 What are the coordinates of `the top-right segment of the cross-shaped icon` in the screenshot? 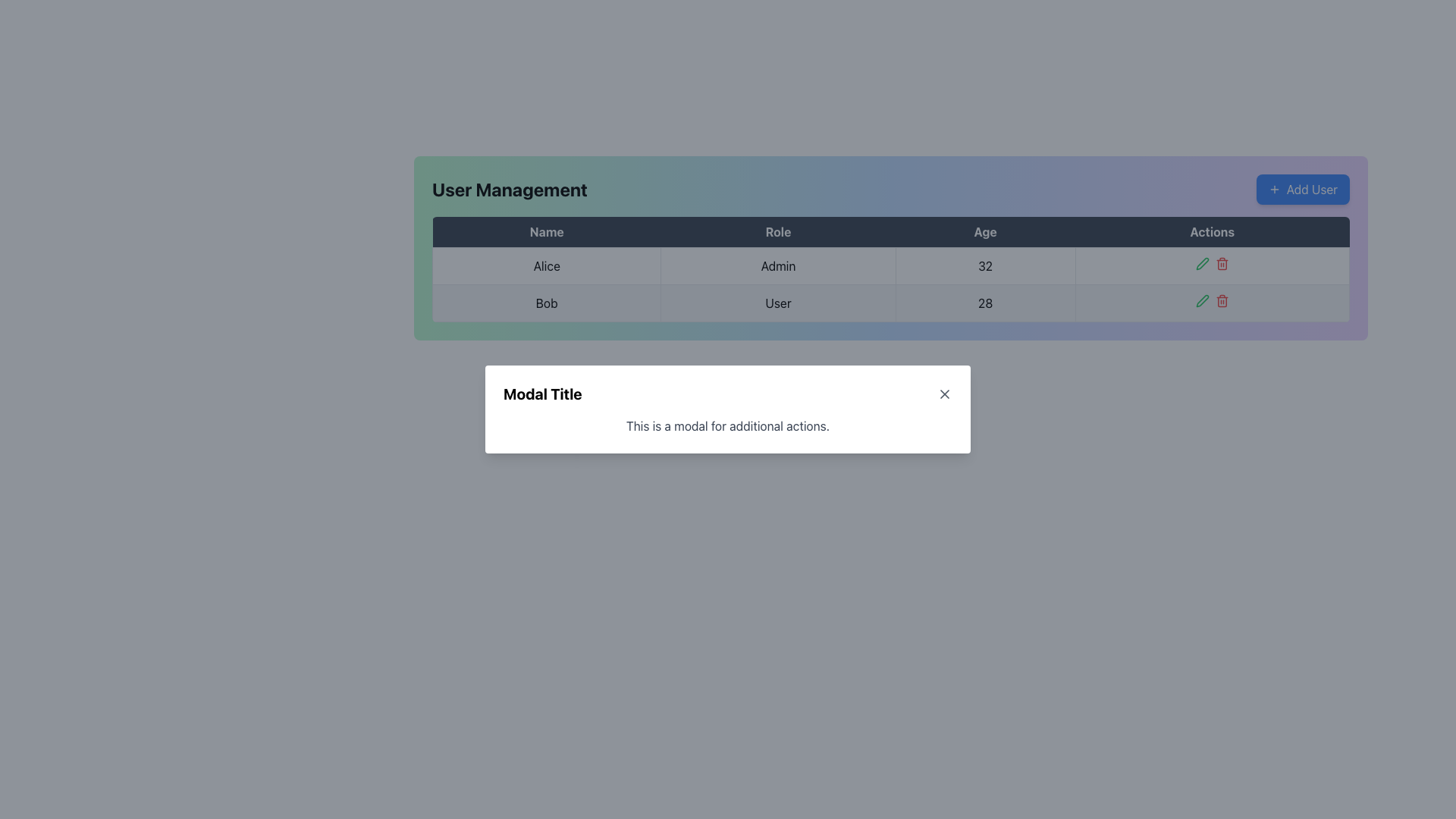 It's located at (943, 394).